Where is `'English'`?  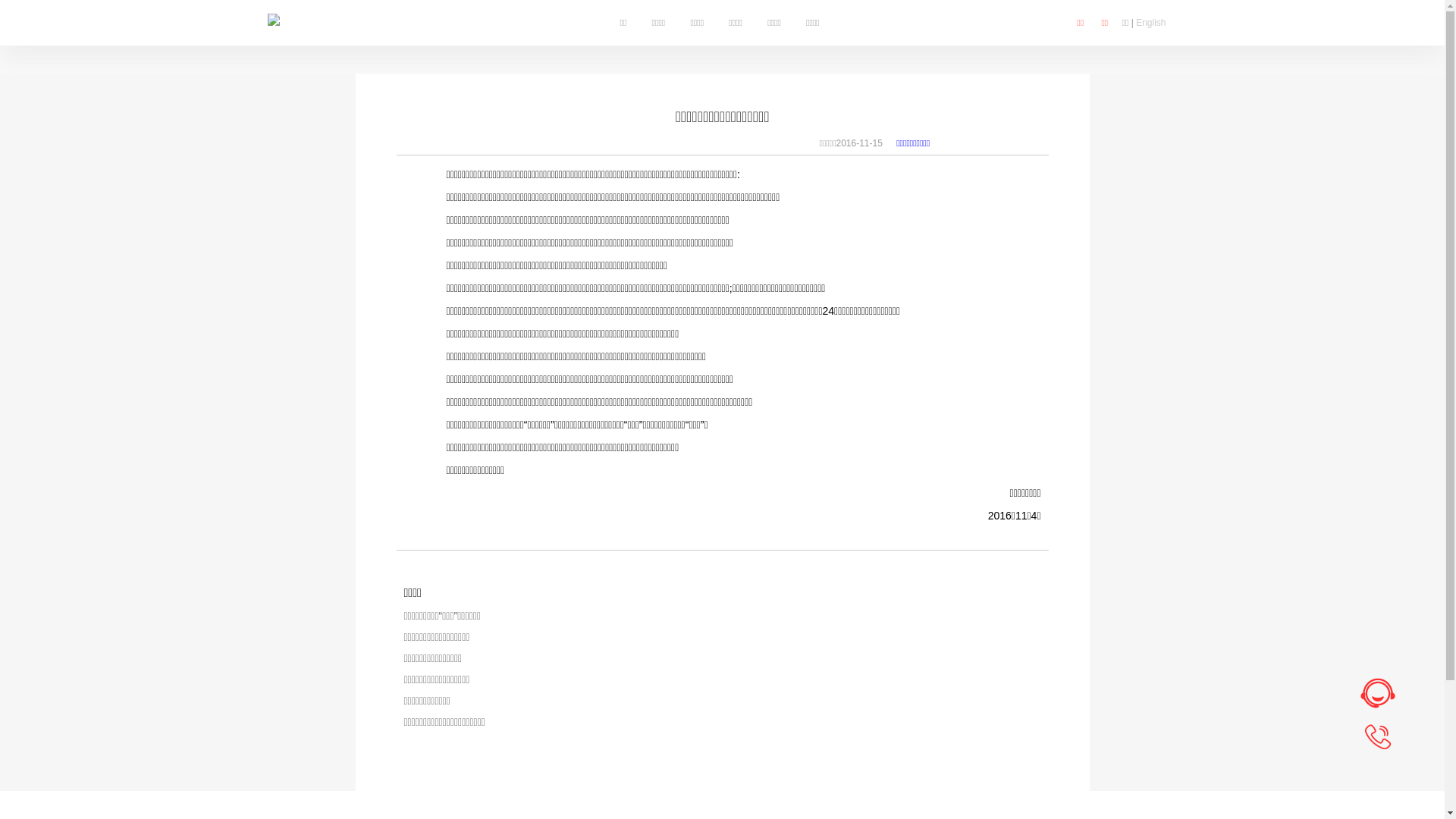
'English' is located at coordinates (1150, 23).